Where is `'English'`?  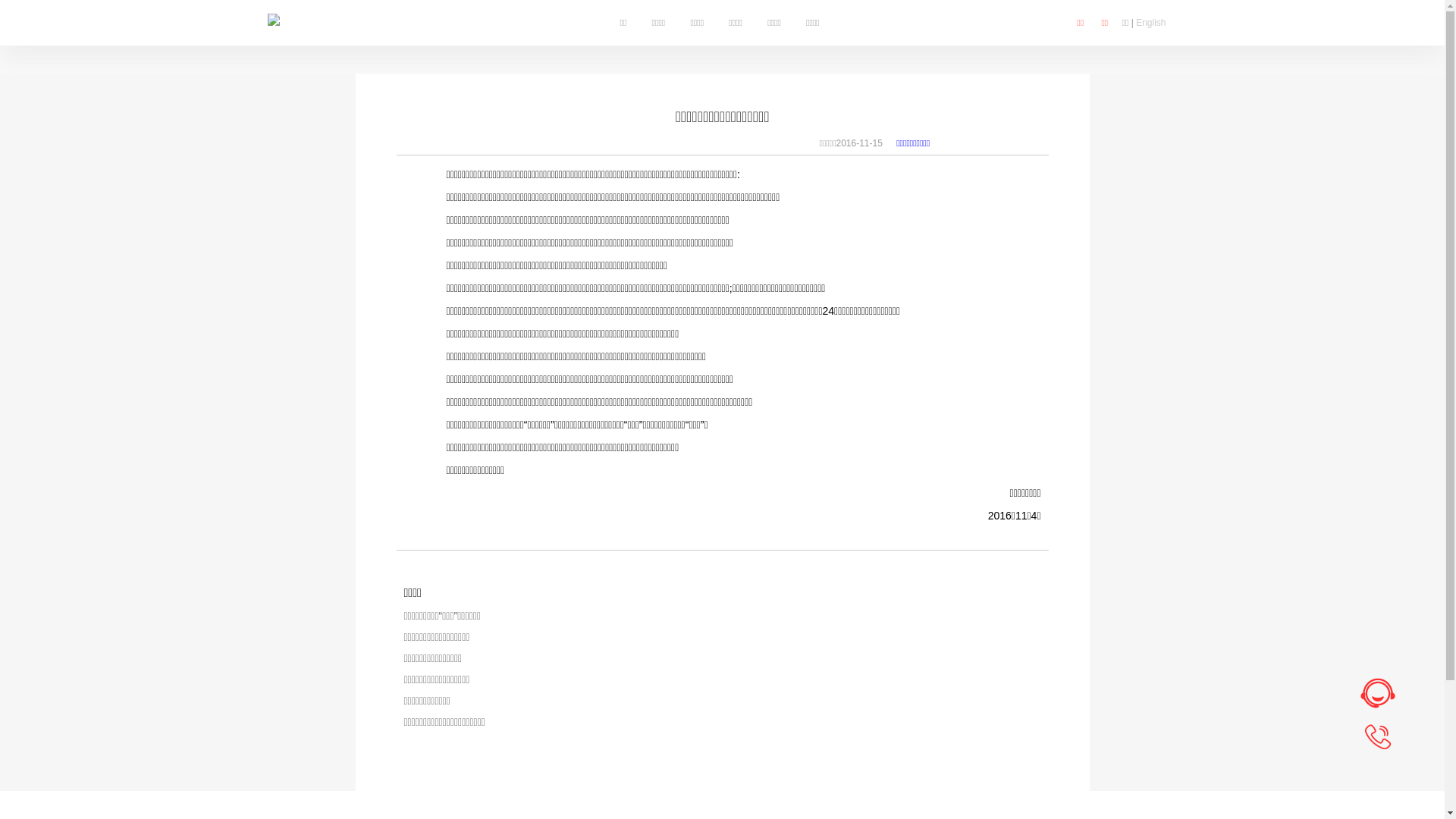
'English' is located at coordinates (1150, 23).